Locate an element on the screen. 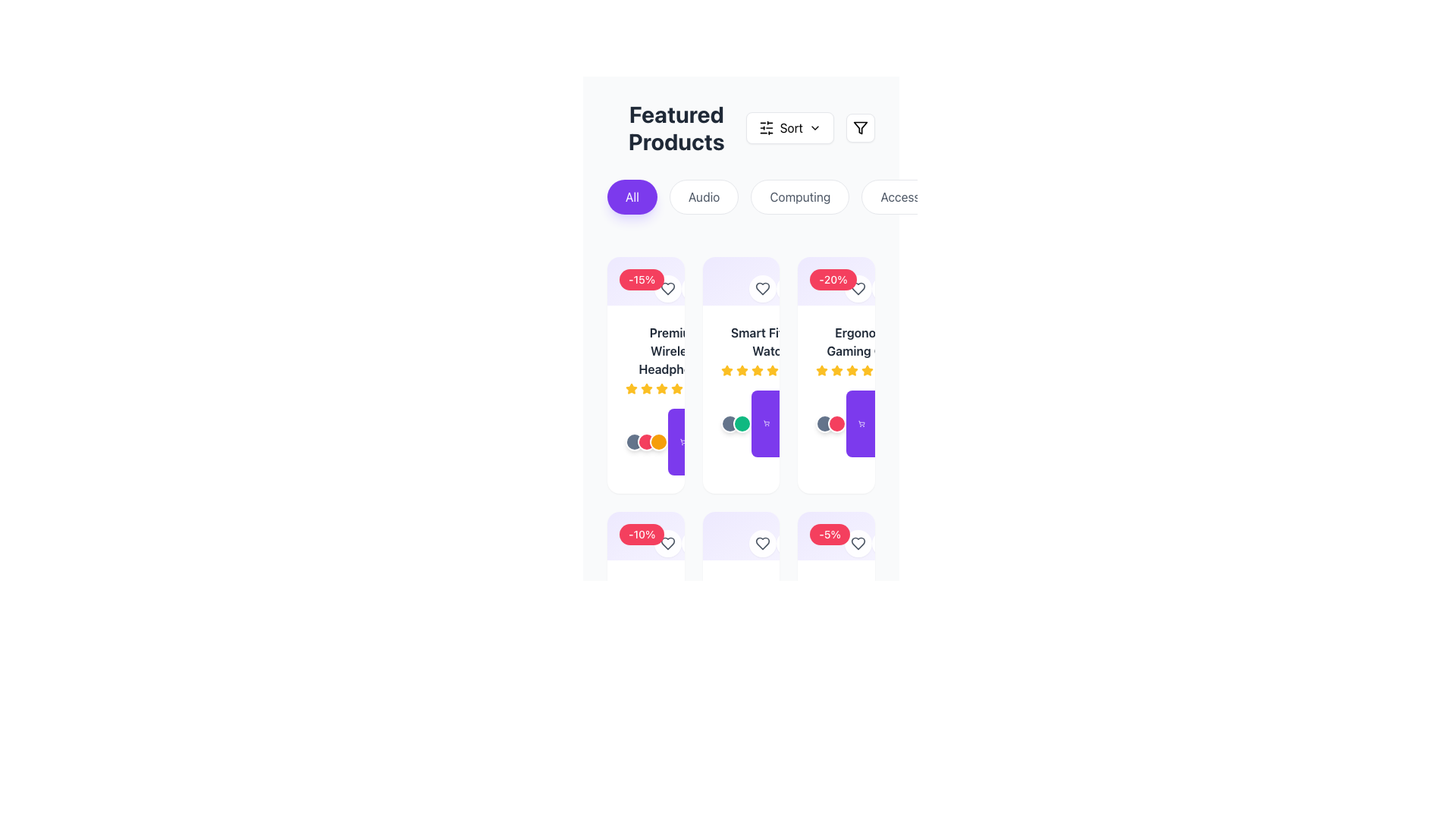  text label that displays the word 'Sort', which is styled in bold typography and is centrally aligned with adjacent icons in the top section of the page is located at coordinates (790, 127).